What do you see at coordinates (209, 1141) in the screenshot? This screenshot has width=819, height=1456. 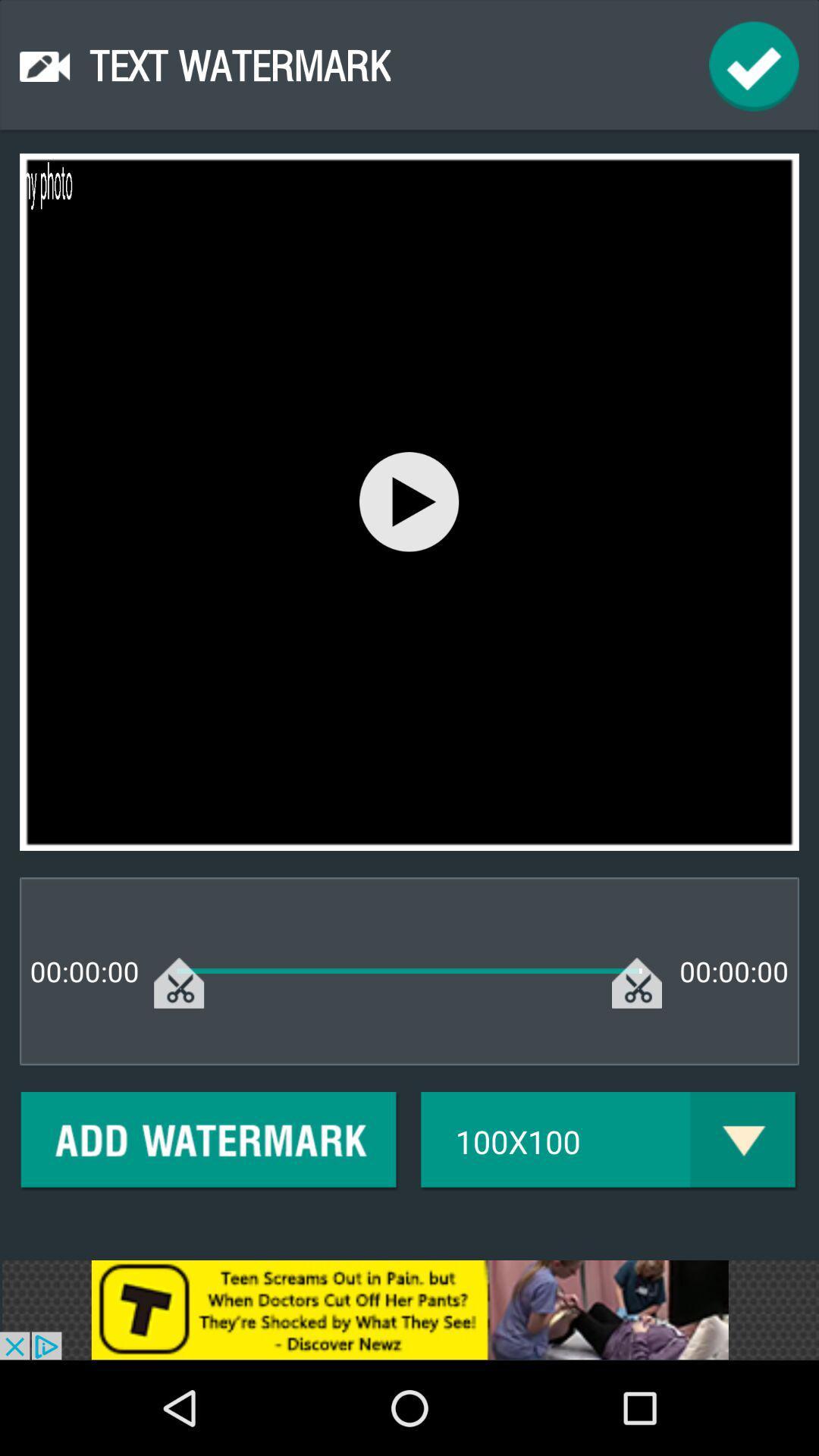 I see `watermark option` at bounding box center [209, 1141].